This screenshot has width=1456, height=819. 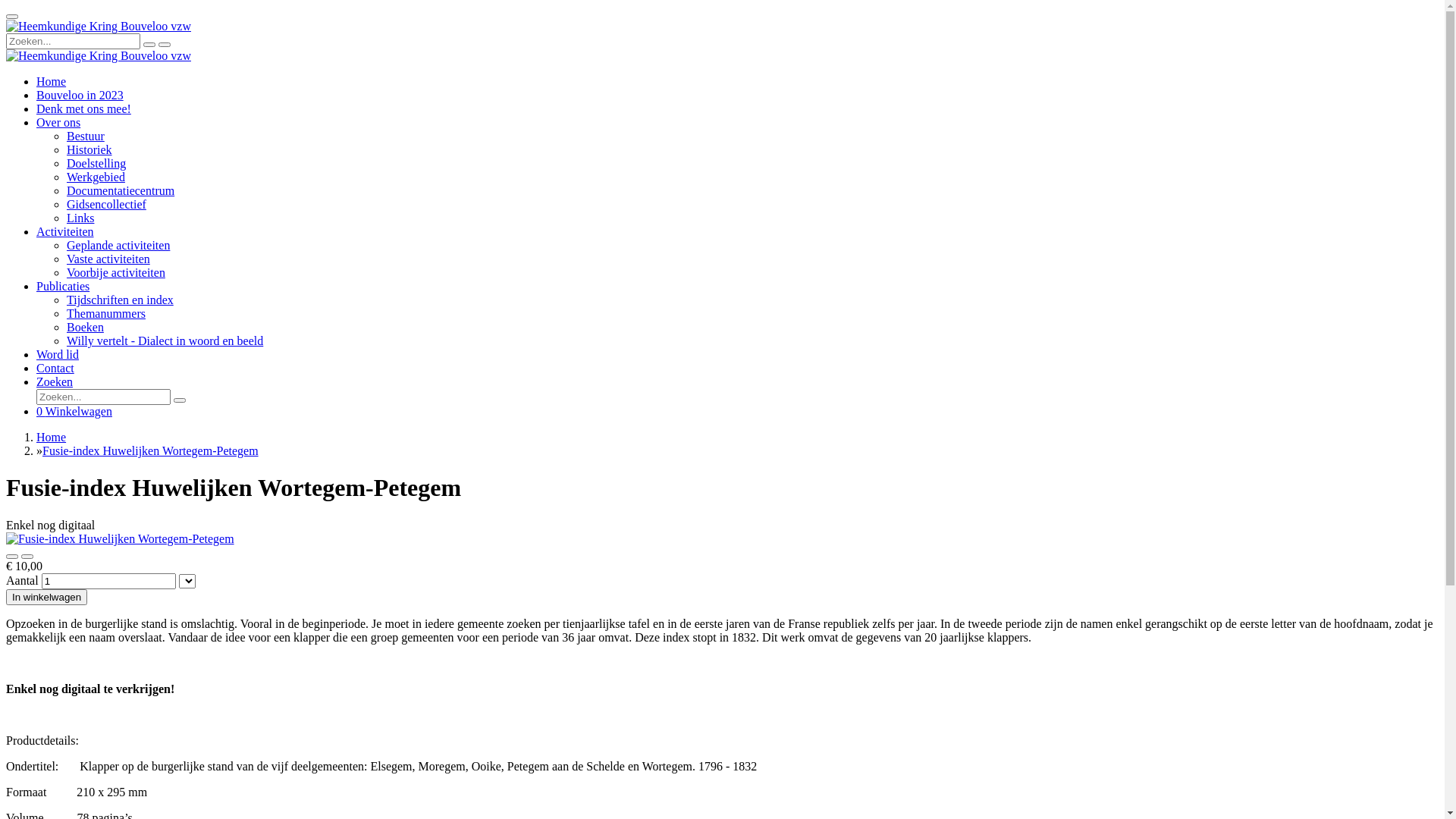 I want to click on 'Activiteiten', so click(x=64, y=231).